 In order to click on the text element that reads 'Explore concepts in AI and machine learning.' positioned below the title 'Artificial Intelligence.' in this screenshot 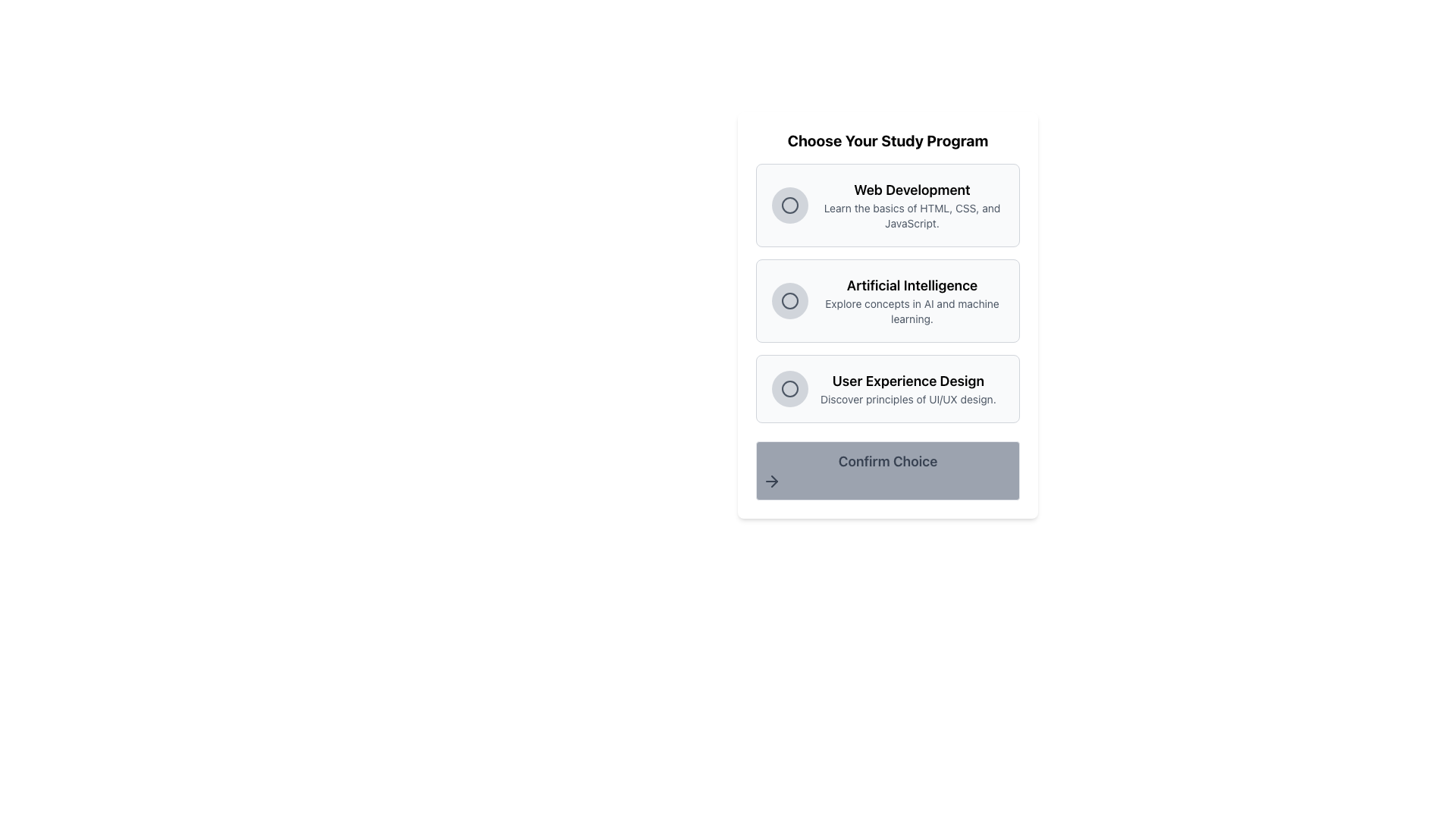, I will do `click(912, 311)`.